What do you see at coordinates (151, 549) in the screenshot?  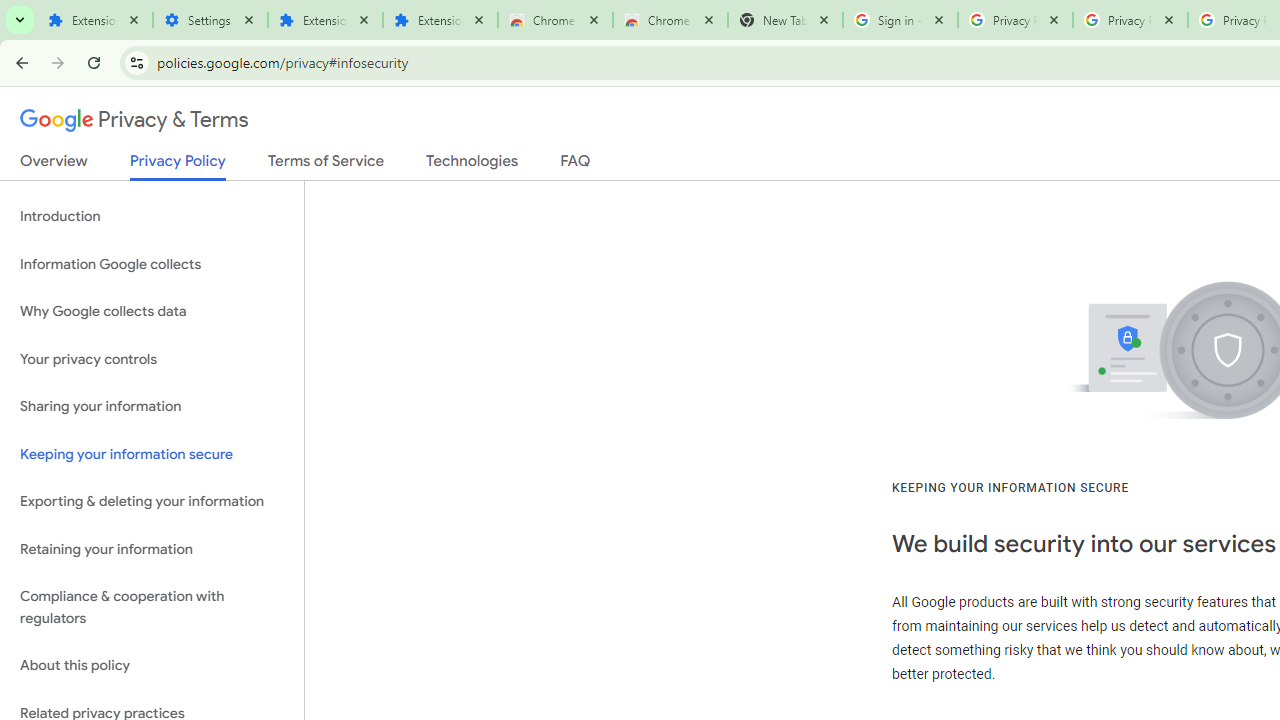 I see `'Retaining your information'` at bounding box center [151, 549].